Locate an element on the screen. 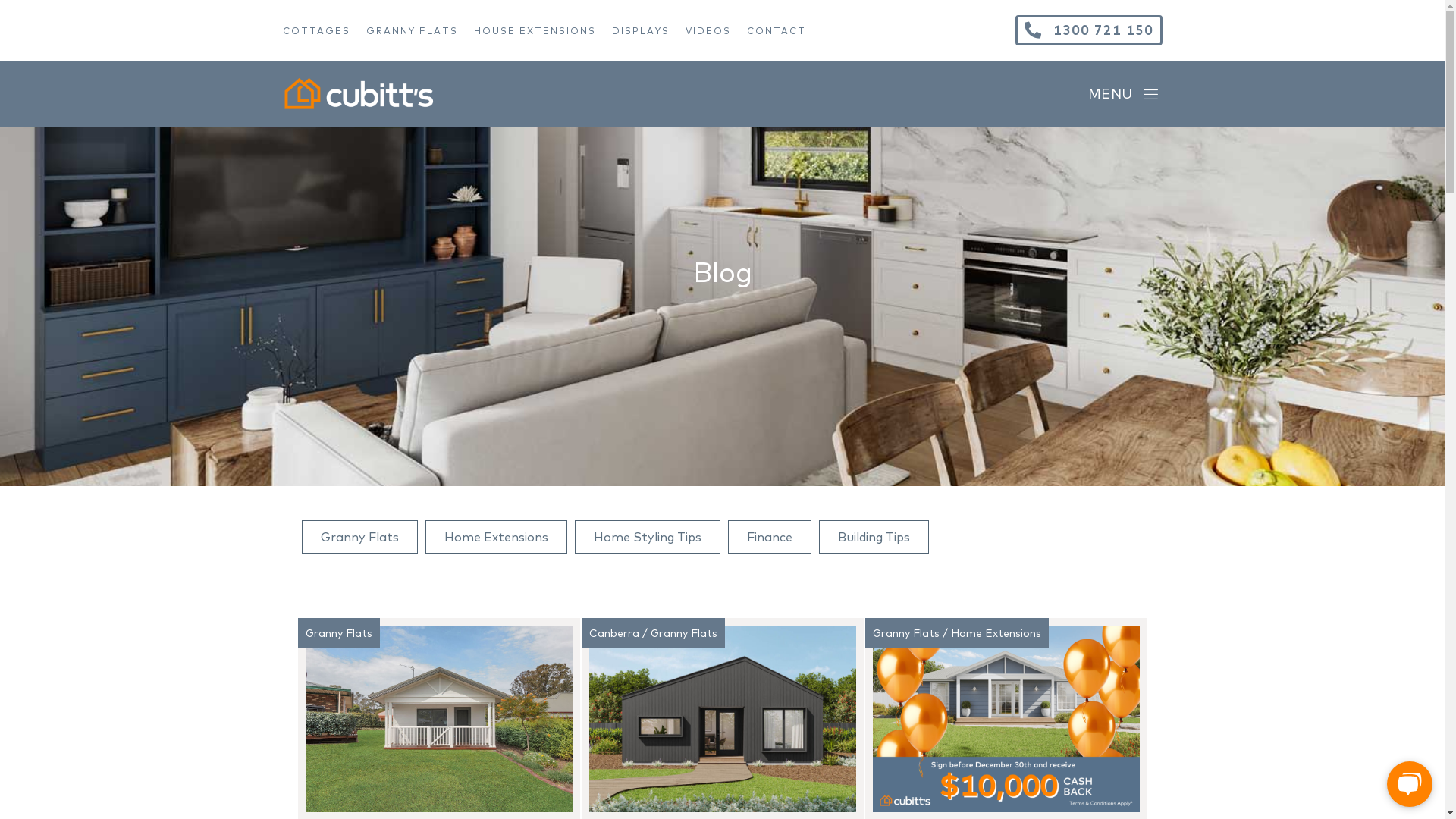 The image size is (1456, 819). 'Canberra' is located at coordinates (613, 632).